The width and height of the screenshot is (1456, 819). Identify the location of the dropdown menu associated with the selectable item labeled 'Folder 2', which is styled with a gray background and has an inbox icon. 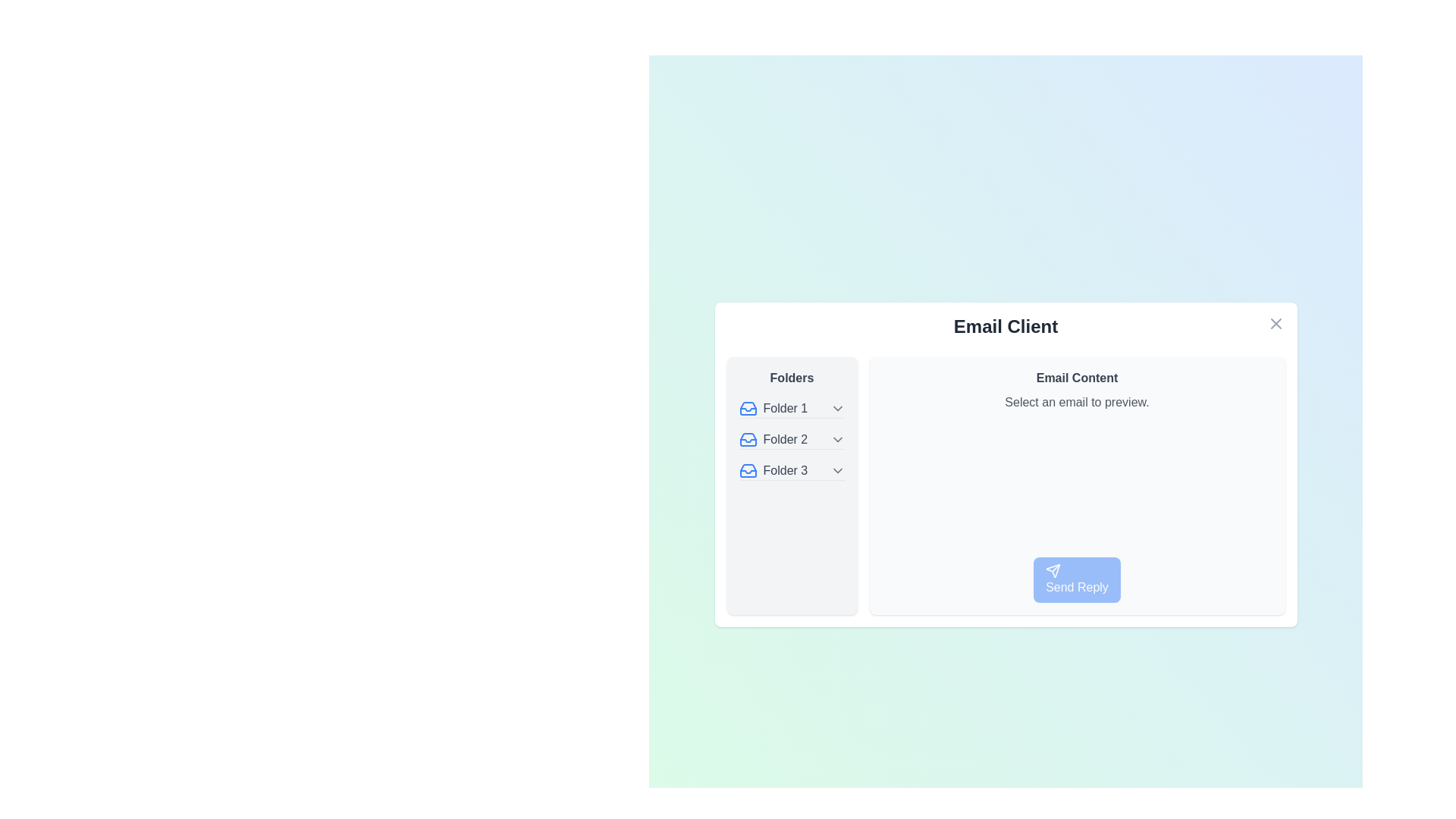
(791, 440).